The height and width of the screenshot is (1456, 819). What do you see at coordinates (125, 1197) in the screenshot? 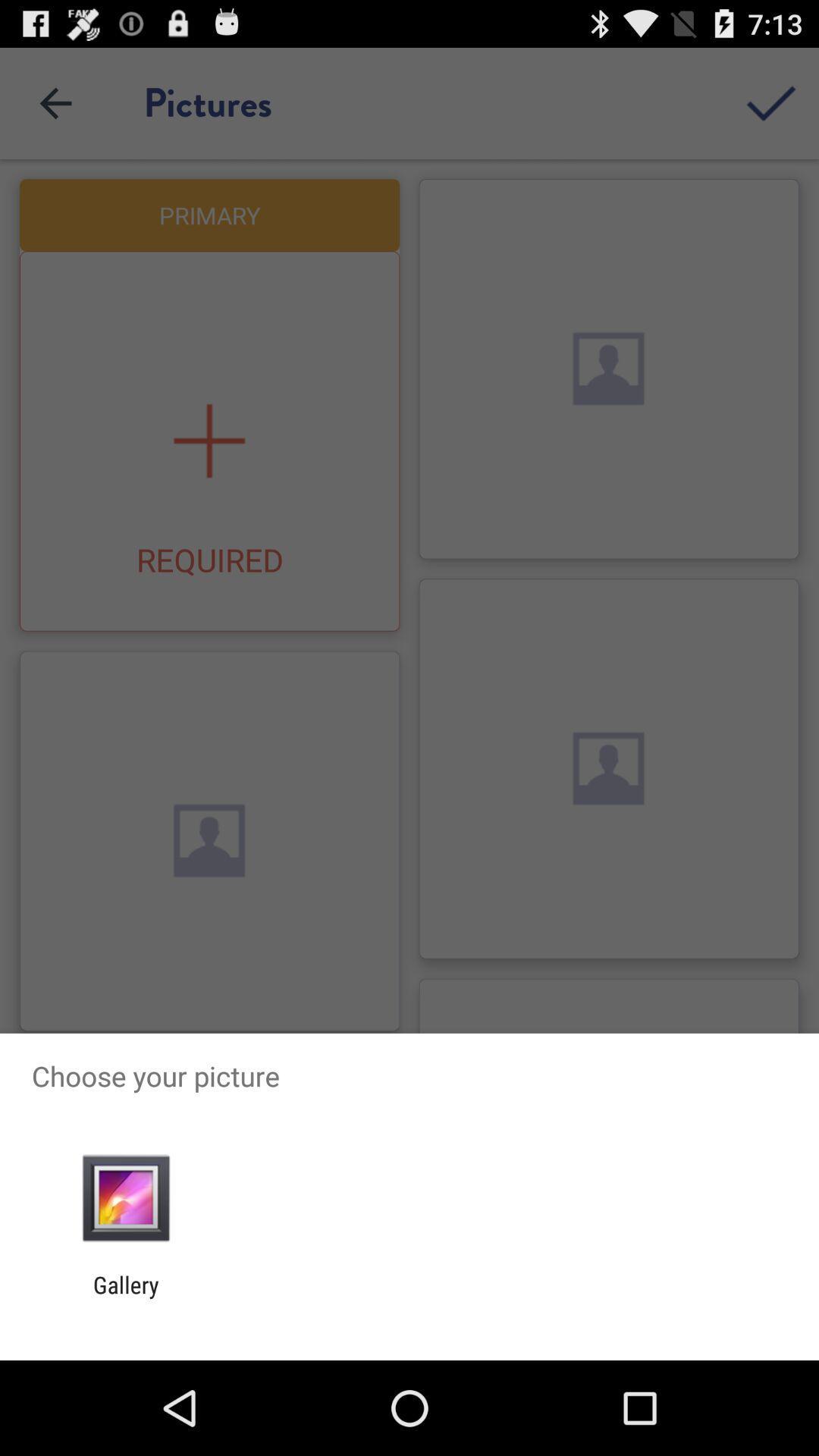
I see `app above gallery` at bounding box center [125, 1197].